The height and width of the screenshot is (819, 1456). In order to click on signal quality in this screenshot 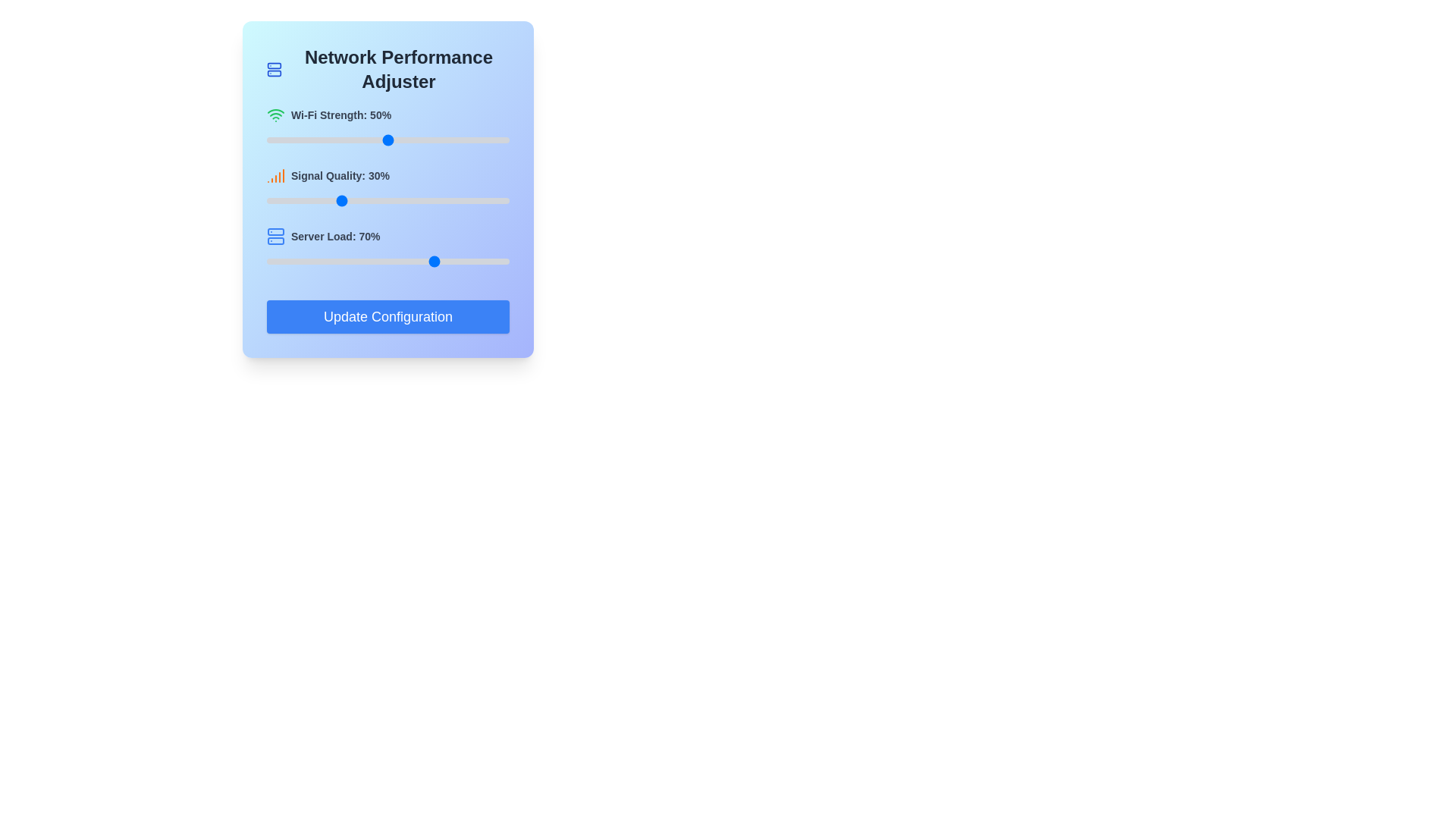, I will do `click(329, 200)`.